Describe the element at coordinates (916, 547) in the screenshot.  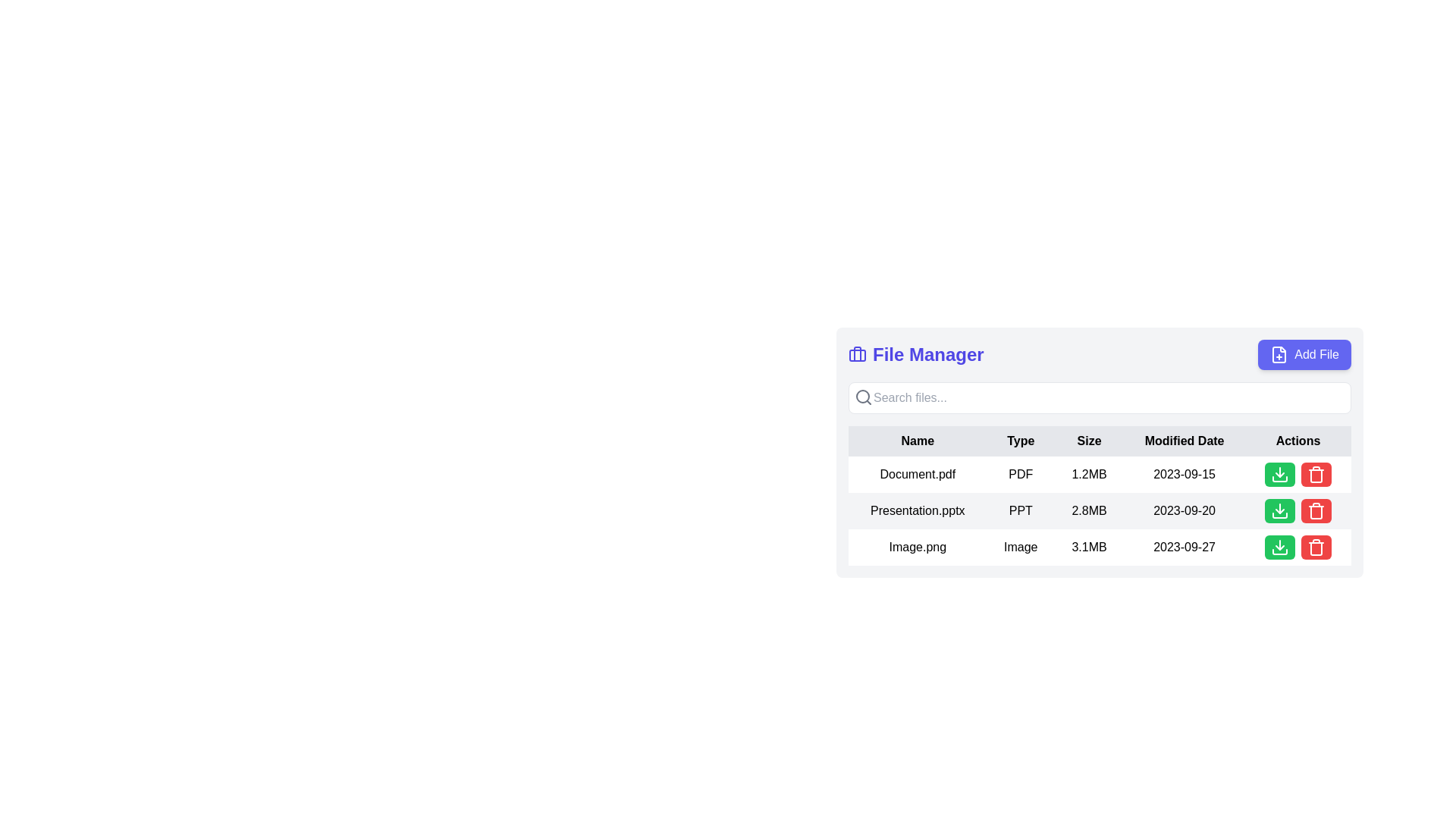
I see `the name label for the file entry` at that location.